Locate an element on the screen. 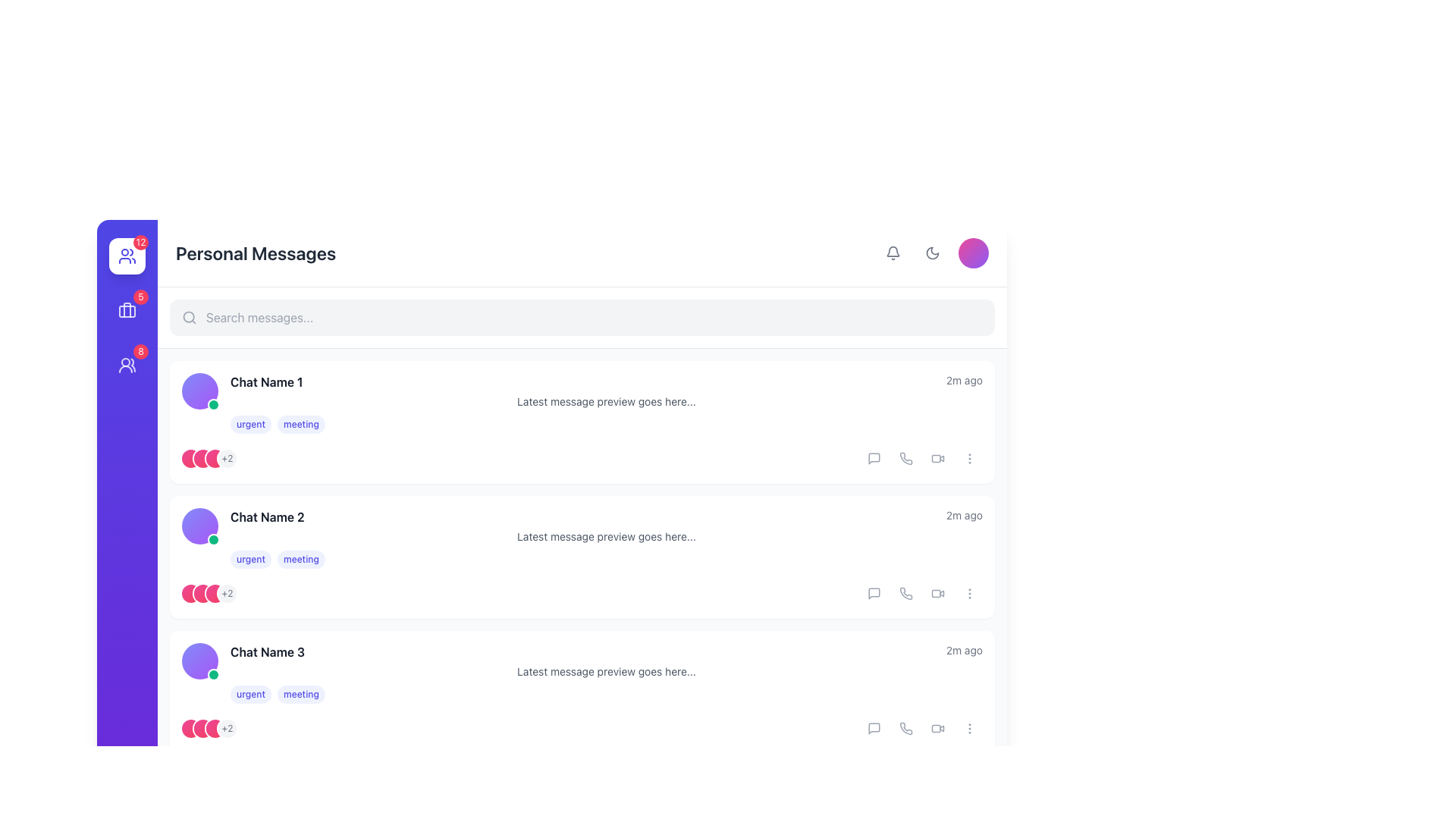 The height and width of the screenshot is (819, 1456). the circular Avatar component with a smooth gradient from pink to violet, located in the upper-right corner of the interface is located at coordinates (973, 253).